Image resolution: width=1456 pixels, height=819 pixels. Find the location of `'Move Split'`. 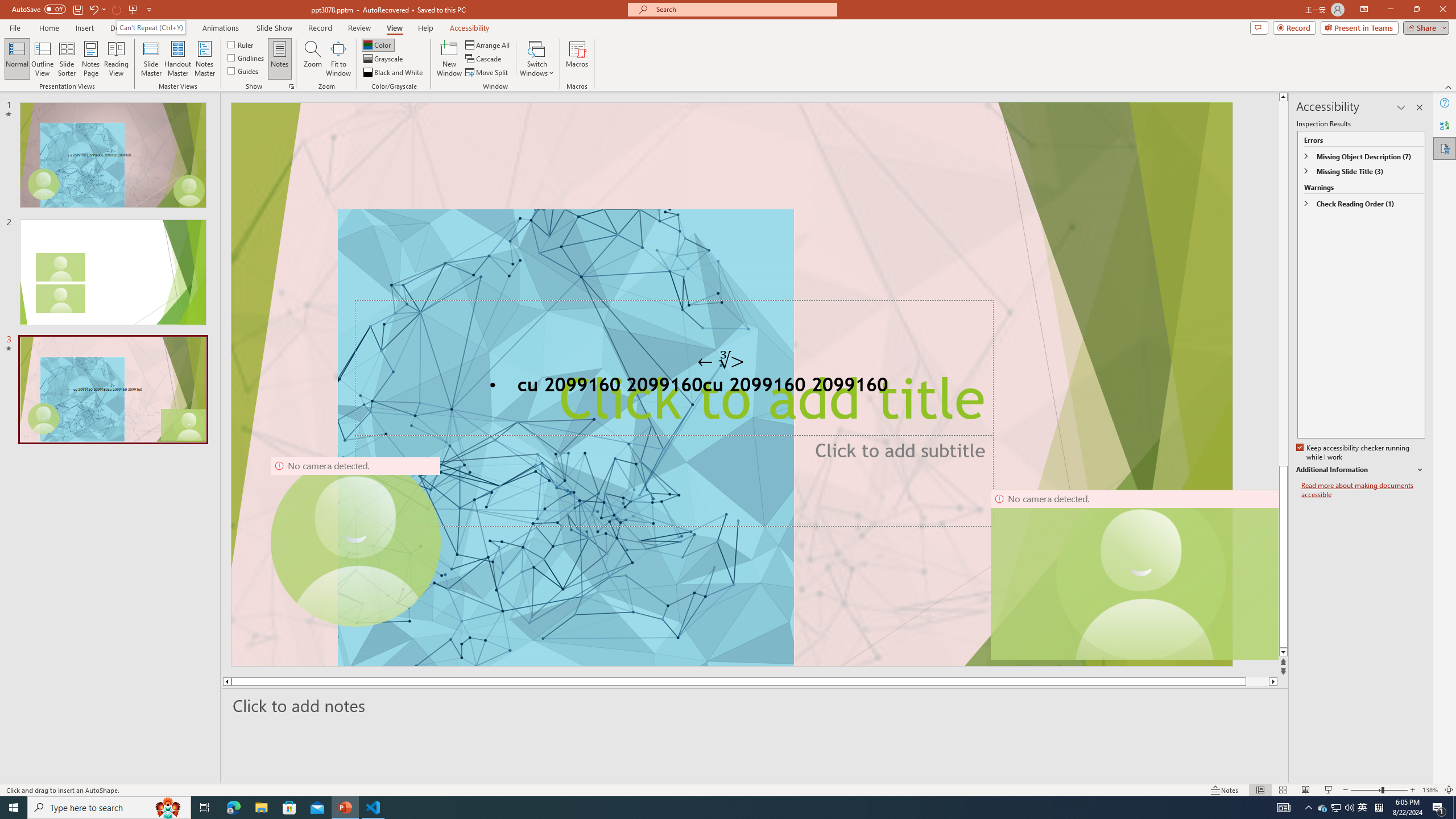

'Move Split' is located at coordinates (487, 72).